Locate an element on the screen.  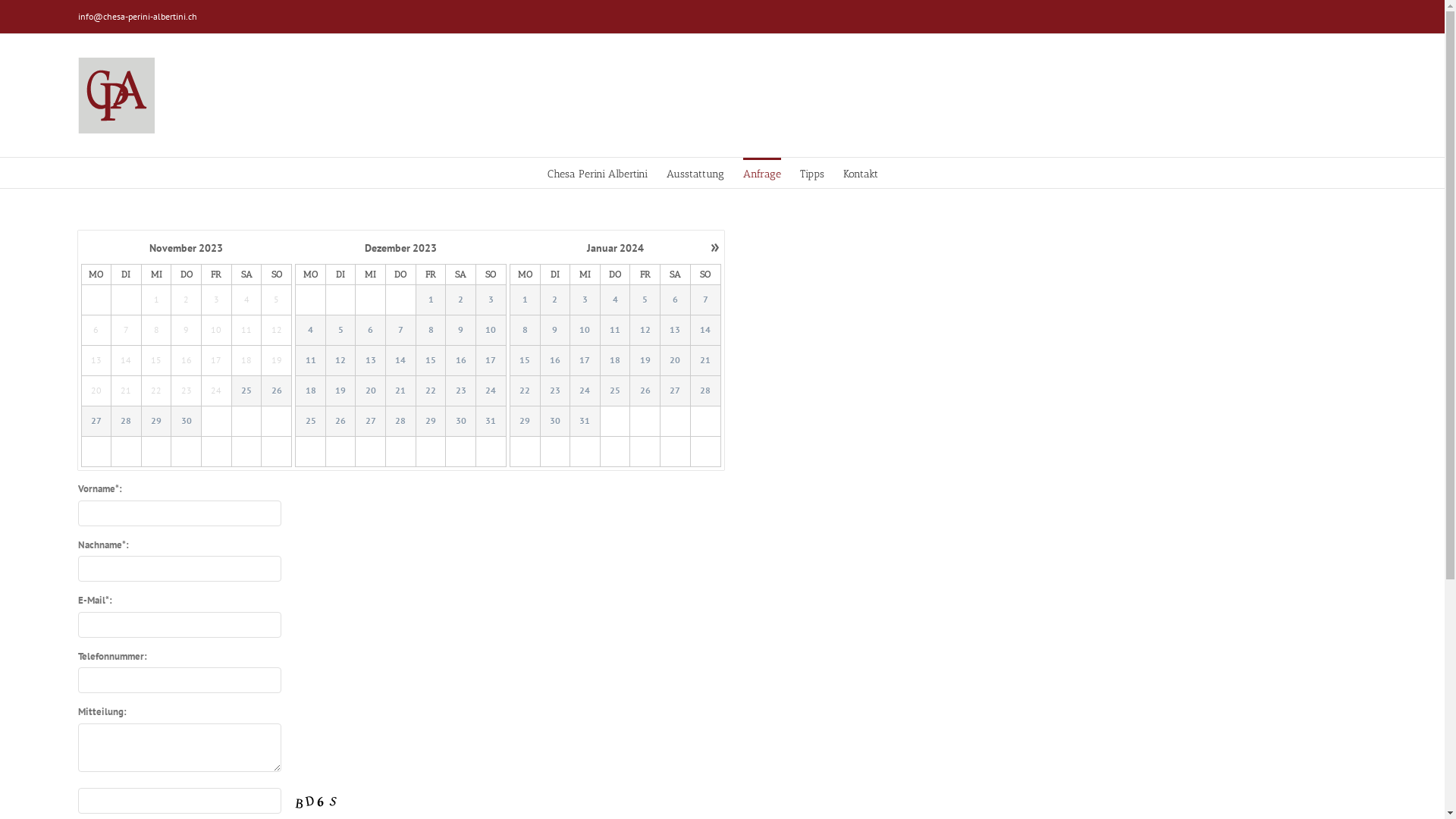
'info@chesa-perini-albertini.ch' is located at coordinates (136, 16).